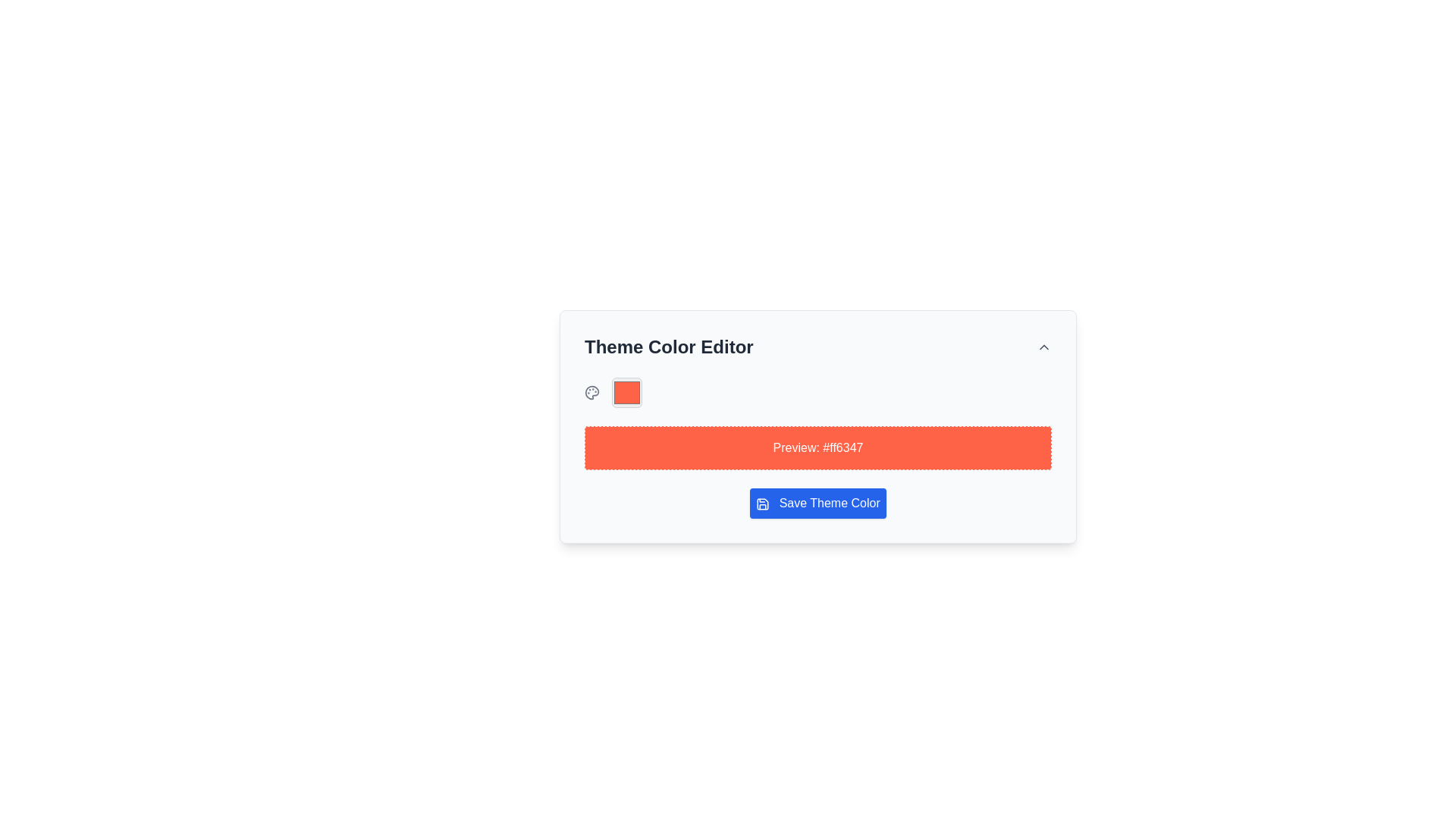 The width and height of the screenshot is (1456, 819). What do you see at coordinates (626, 391) in the screenshot?
I see `the Color Picker element in the Theme Color Editor section` at bounding box center [626, 391].